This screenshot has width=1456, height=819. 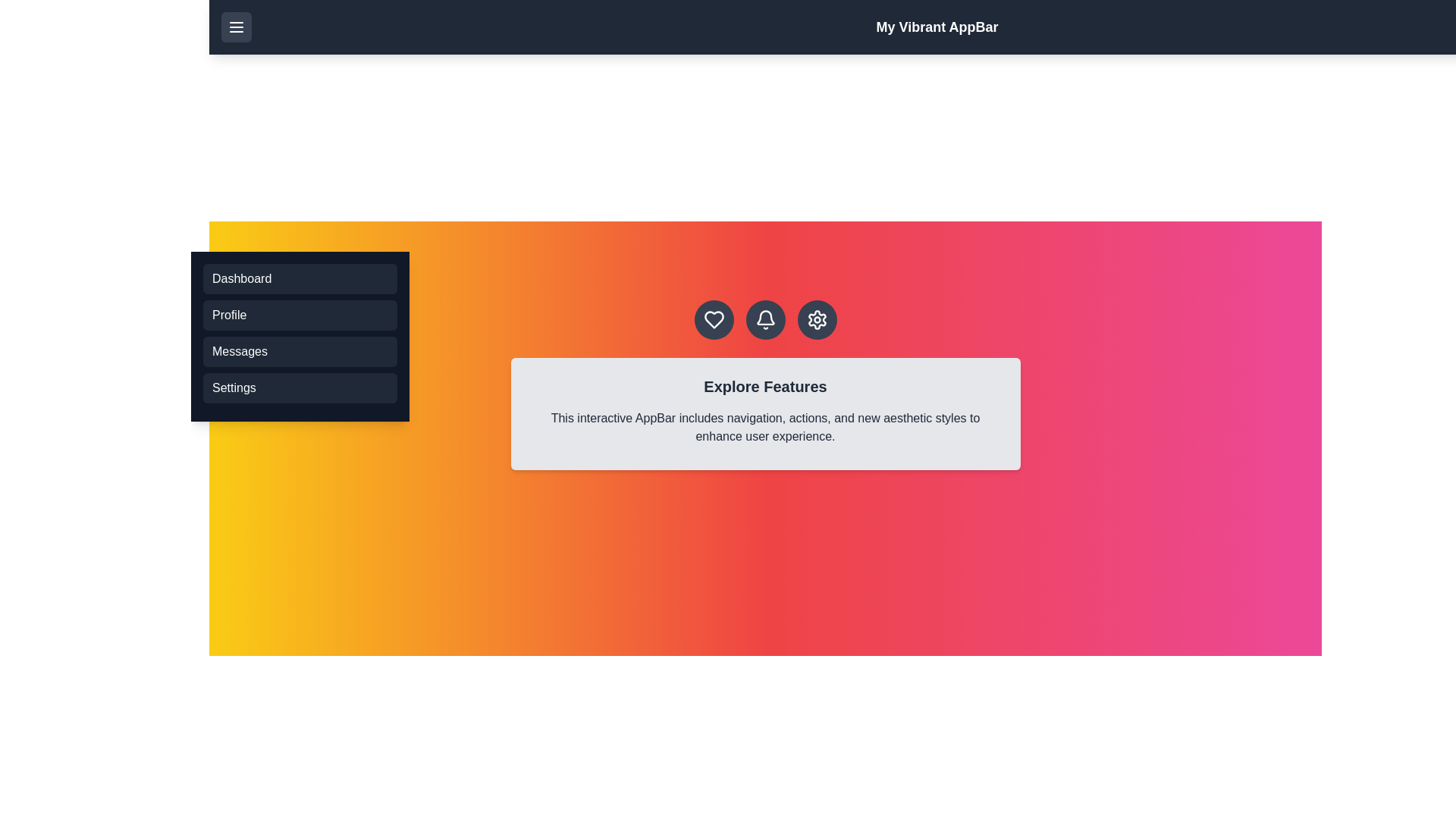 What do you see at coordinates (765, 318) in the screenshot?
I see `the bell icon in the action bar` at bounding box center [765, 318].